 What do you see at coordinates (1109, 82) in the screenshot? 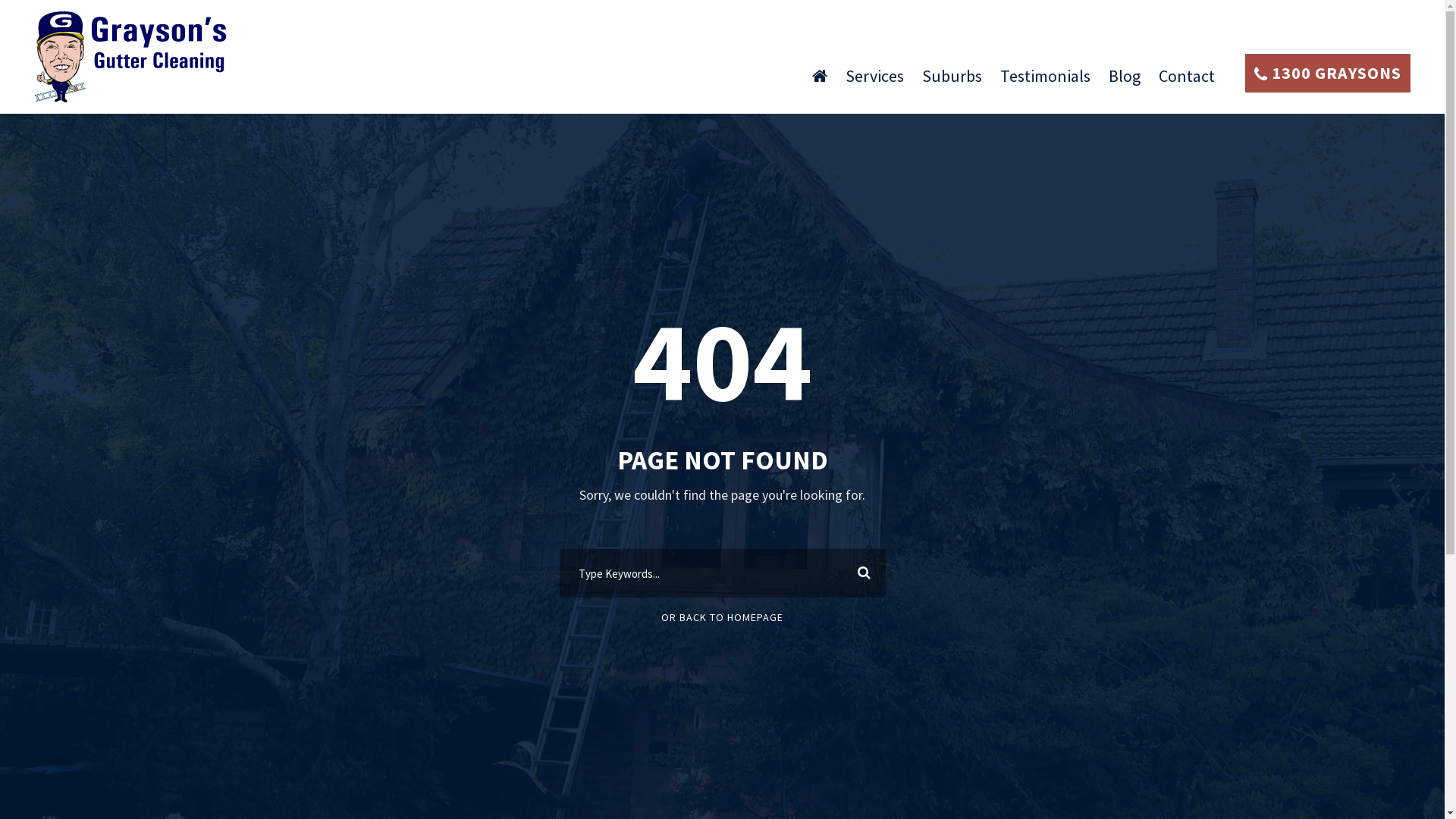
I see `'Blog'` at bounding box center [1109, 82].